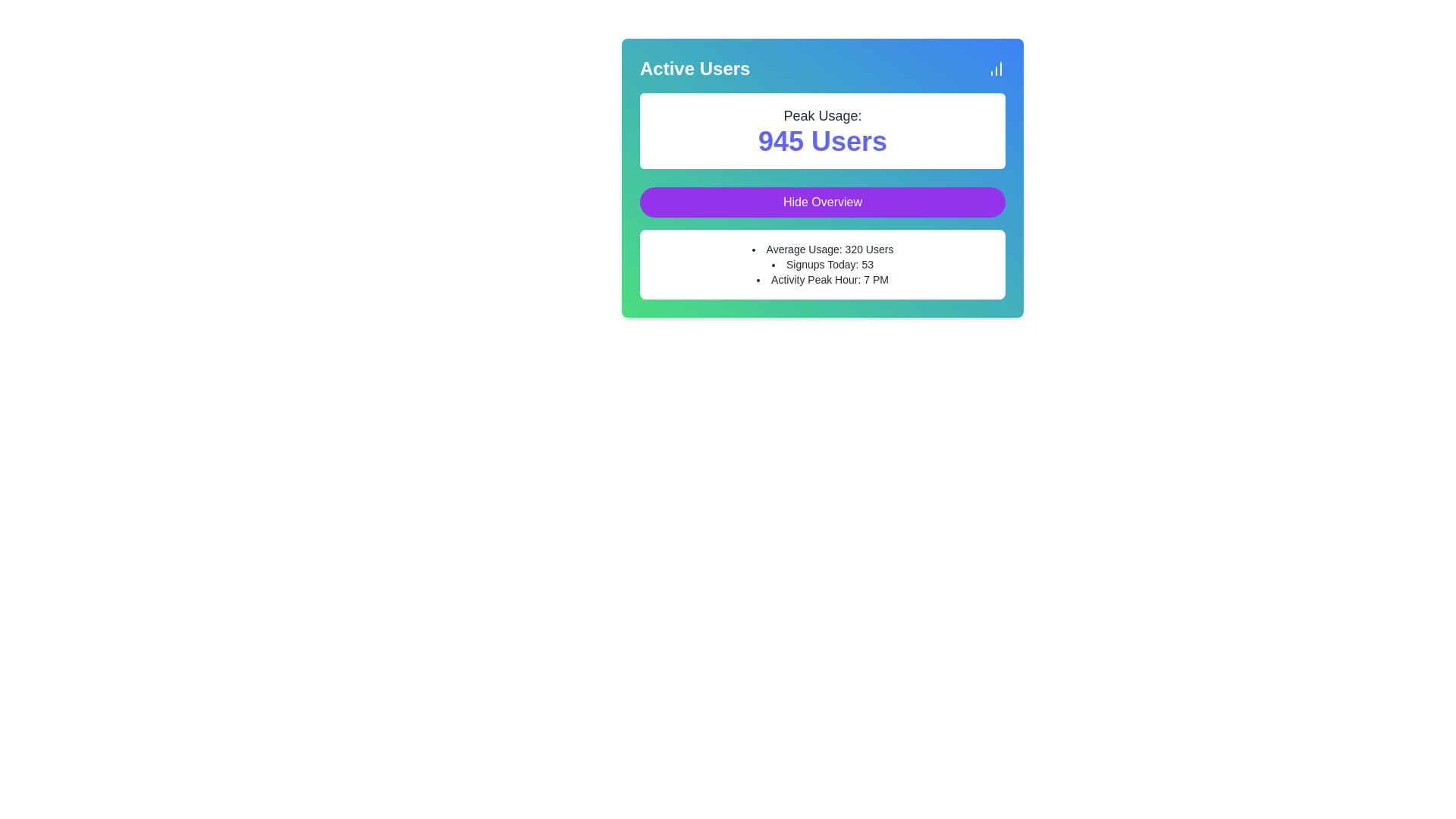  Describe the element at coordinates (821, 130) in the screenshot. I see `the Data display panel that shows 'Peak Usage:' followed by '945 Users' in indigo color, located centrally below the 'Active Users' title and above the 'Hide Overview' button` at that location.